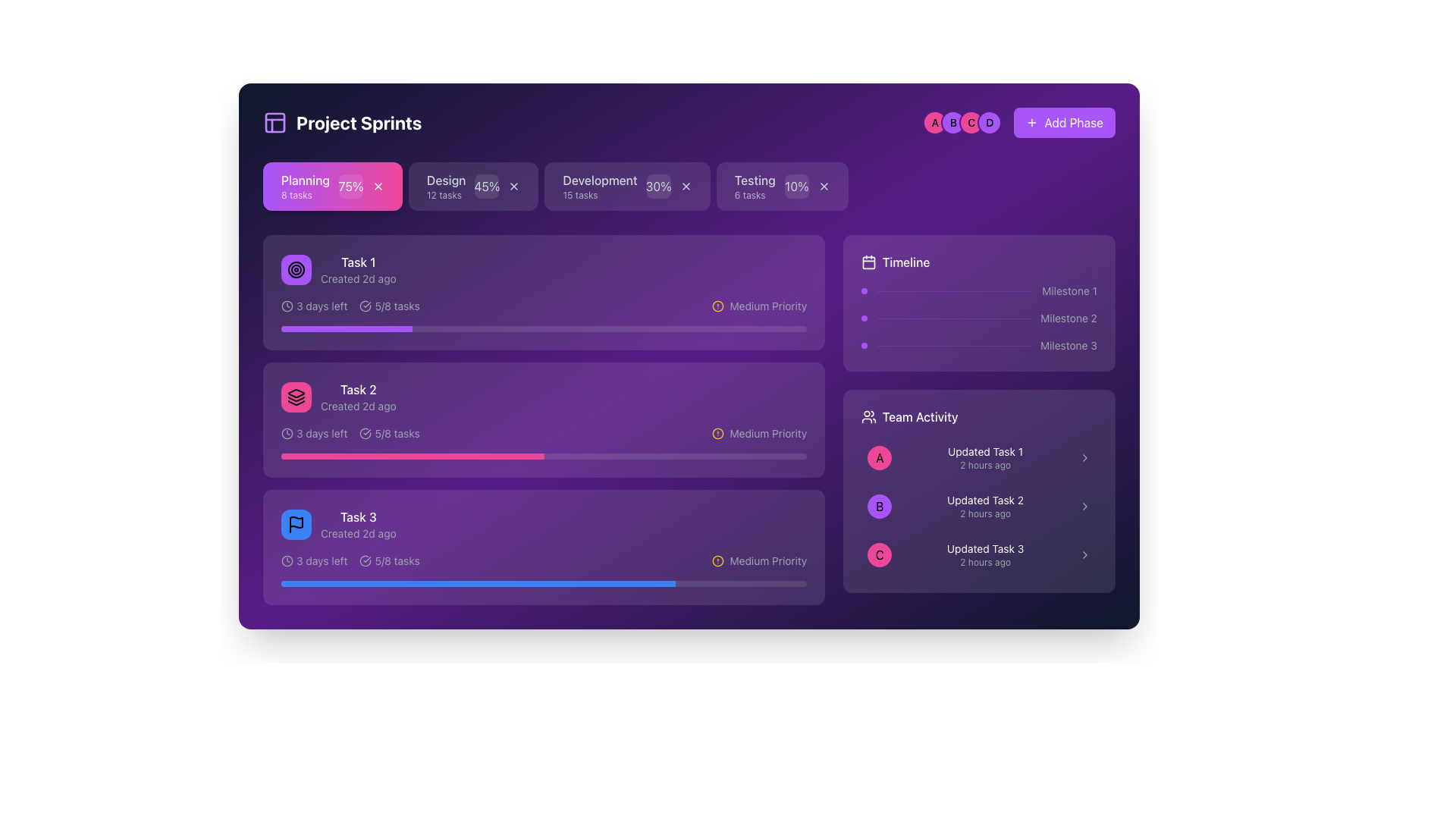 This screenshot has width=1456, height=819. I want to click on the 'Development' text label, which is styled in medium-weight font on a purple background, so click(599, 180).